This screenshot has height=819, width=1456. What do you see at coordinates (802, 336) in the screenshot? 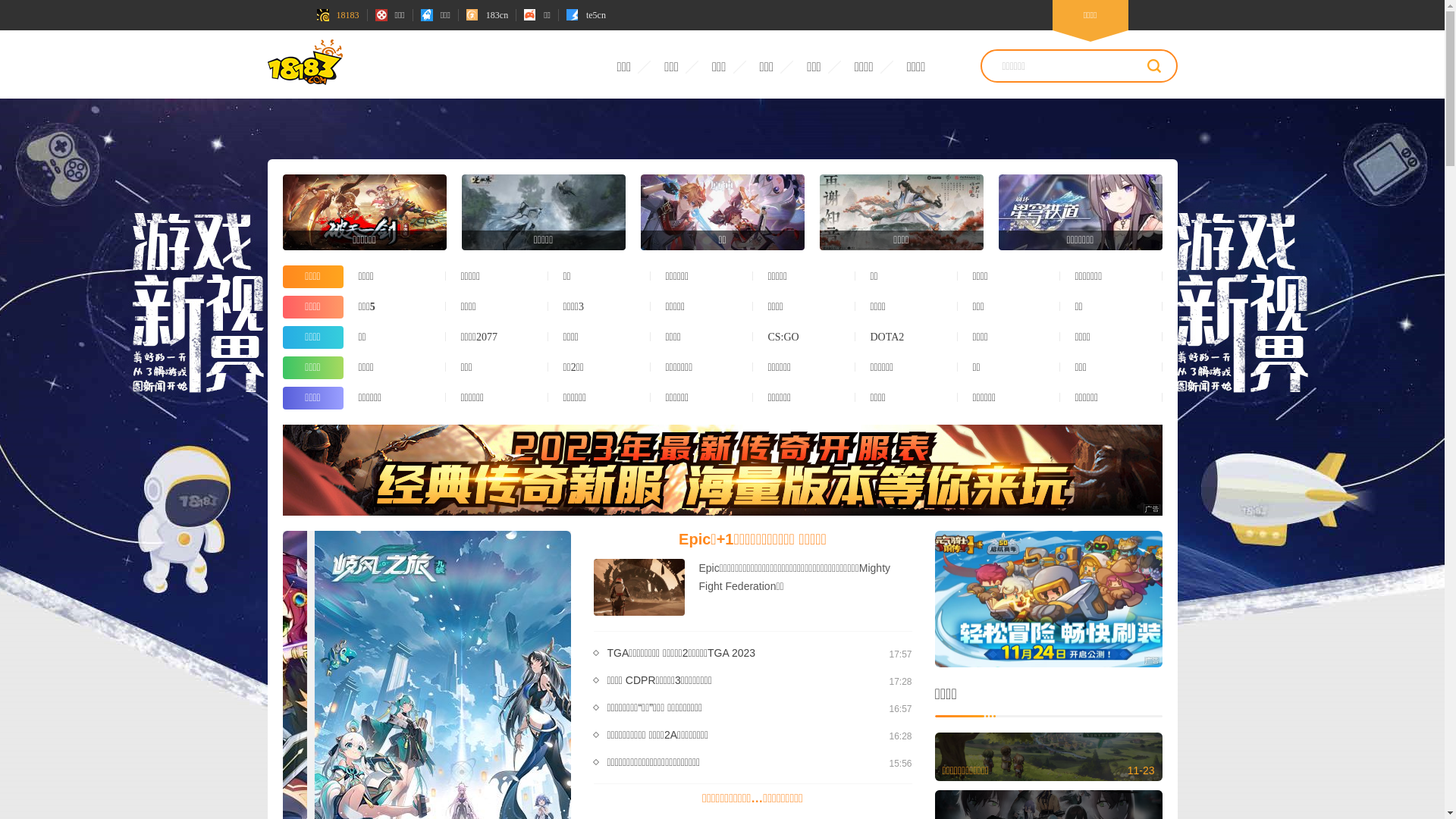
I see `'CS:GO'` at bounding box center [802, 336].